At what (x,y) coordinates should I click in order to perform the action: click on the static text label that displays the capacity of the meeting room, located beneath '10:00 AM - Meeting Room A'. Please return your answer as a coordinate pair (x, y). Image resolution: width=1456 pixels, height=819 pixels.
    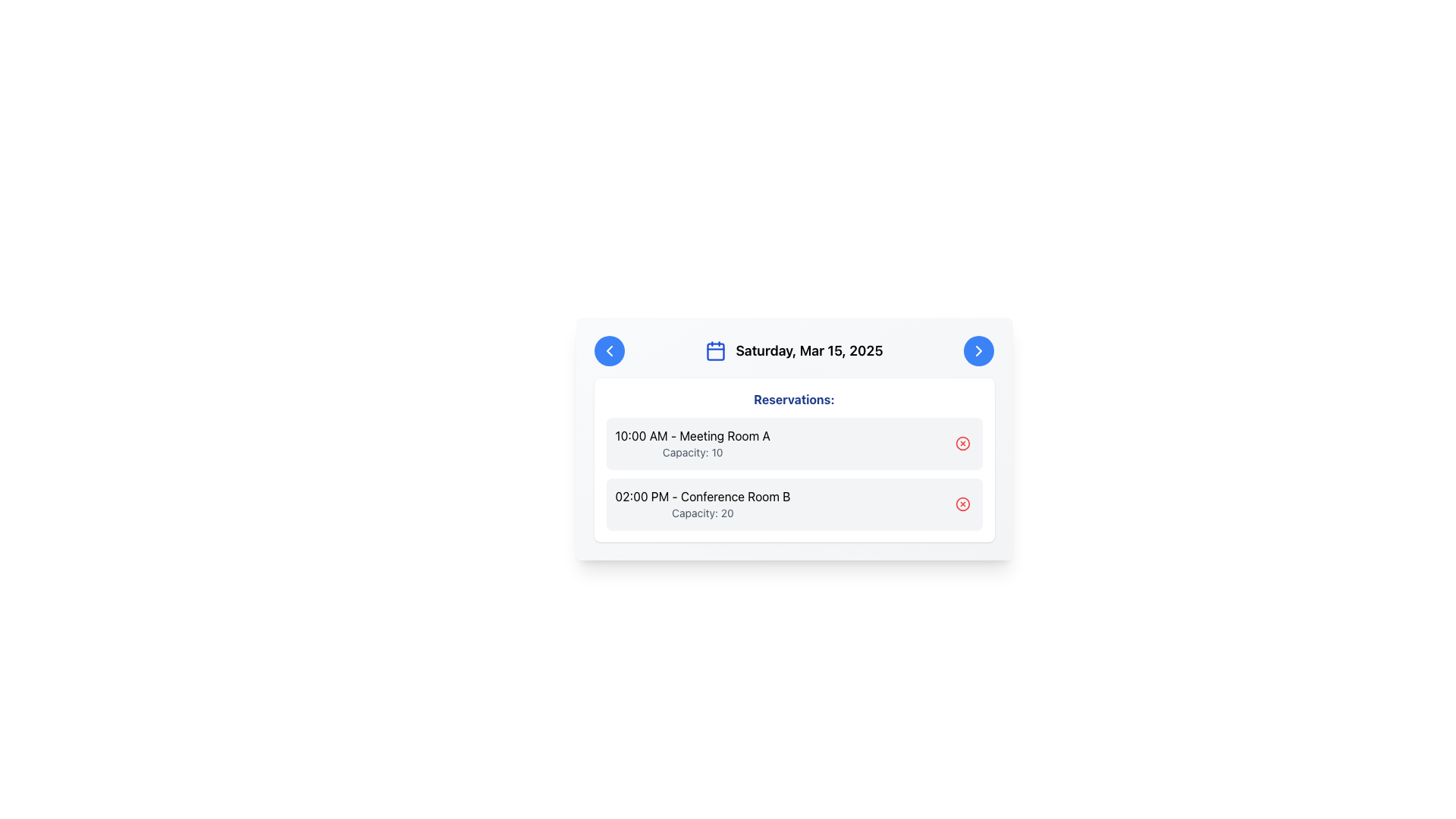
    Looking at the image, I should click on (692, 452).